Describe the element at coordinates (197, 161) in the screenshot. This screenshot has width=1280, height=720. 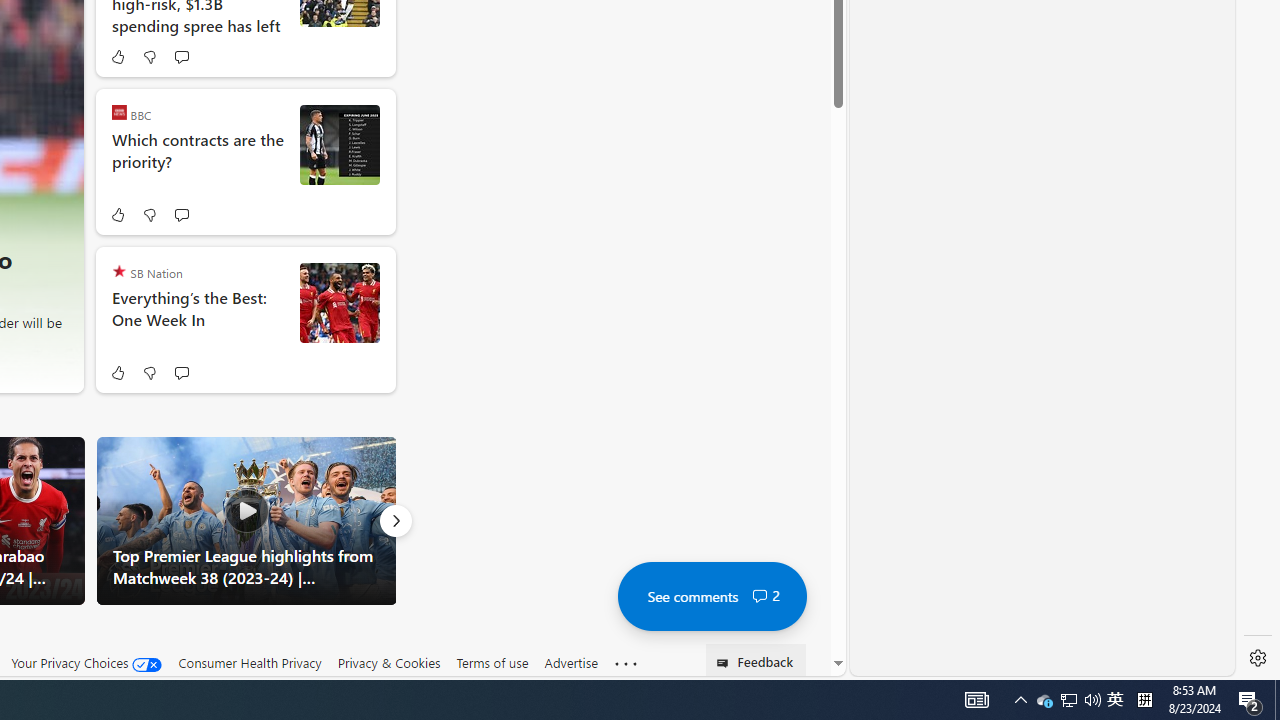
I see `'Which contracts are the priority?'` at that location.